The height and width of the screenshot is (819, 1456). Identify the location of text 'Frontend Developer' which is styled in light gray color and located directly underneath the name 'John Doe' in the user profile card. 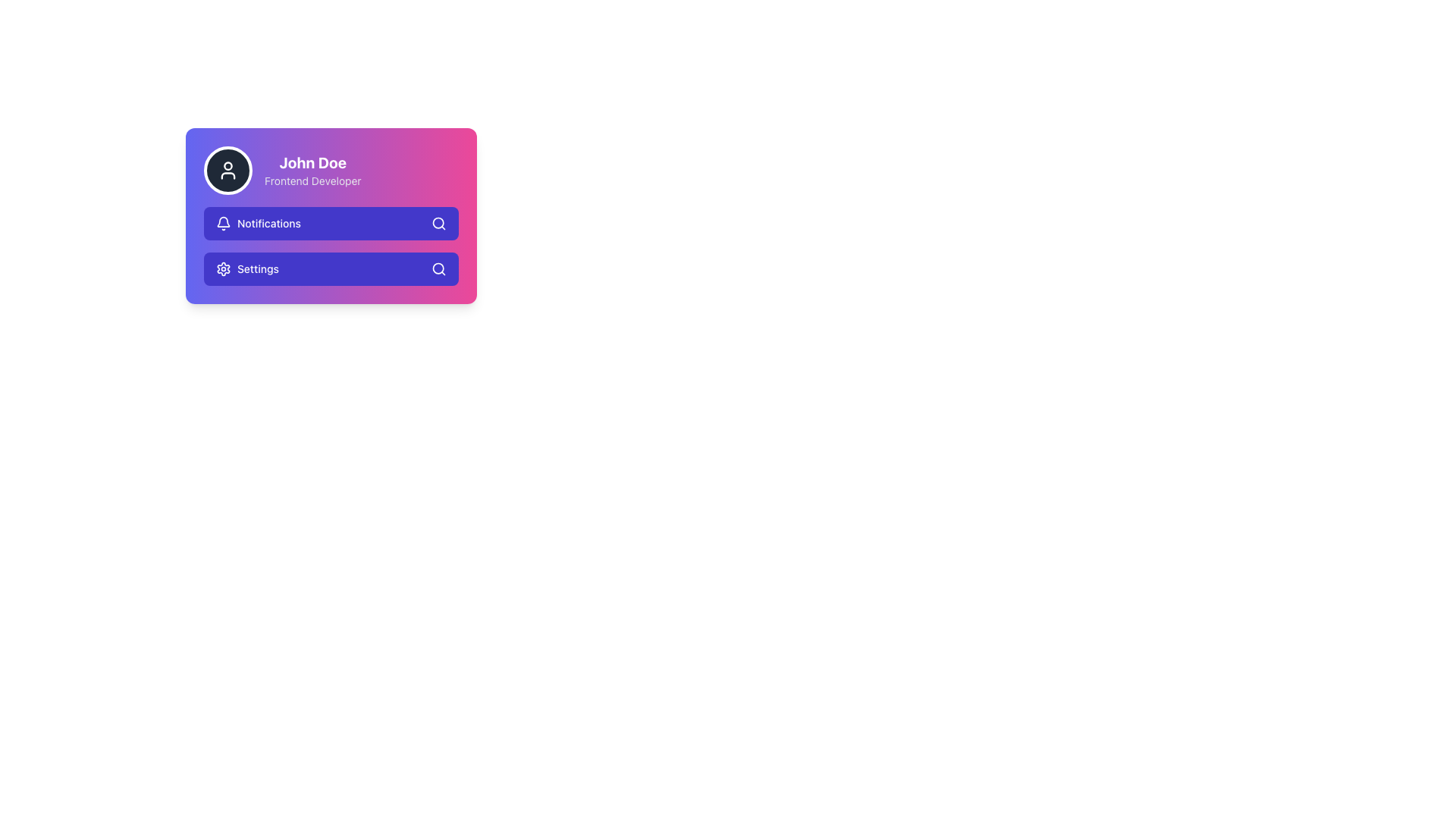
(312, 180).